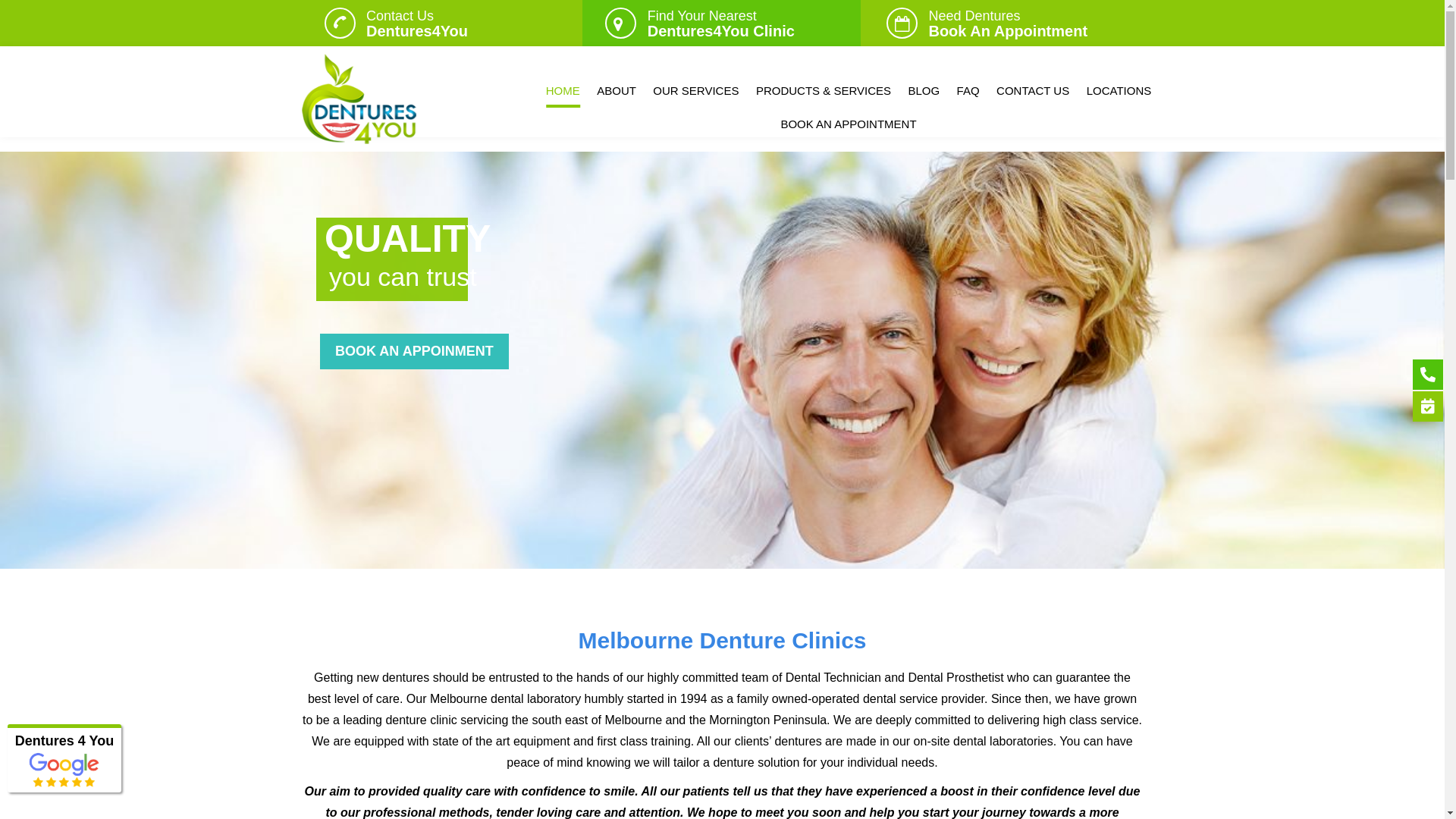 The width and height of the screenshot is (1456, 819). I want to click on 'LOCATIONS', so click(1119, 90).